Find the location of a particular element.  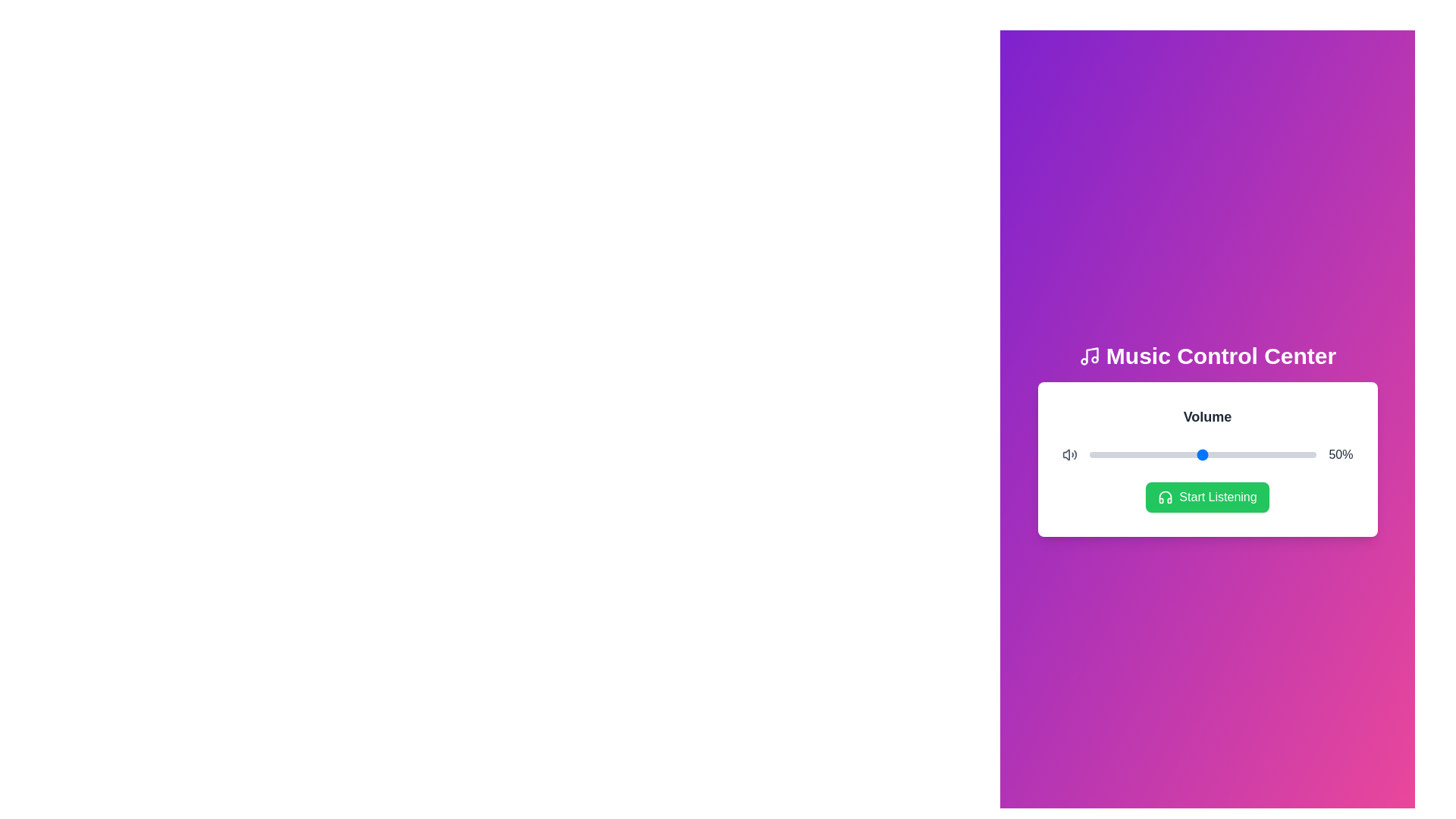

the volume slider to 21% is located at coordinates (1137, 454).